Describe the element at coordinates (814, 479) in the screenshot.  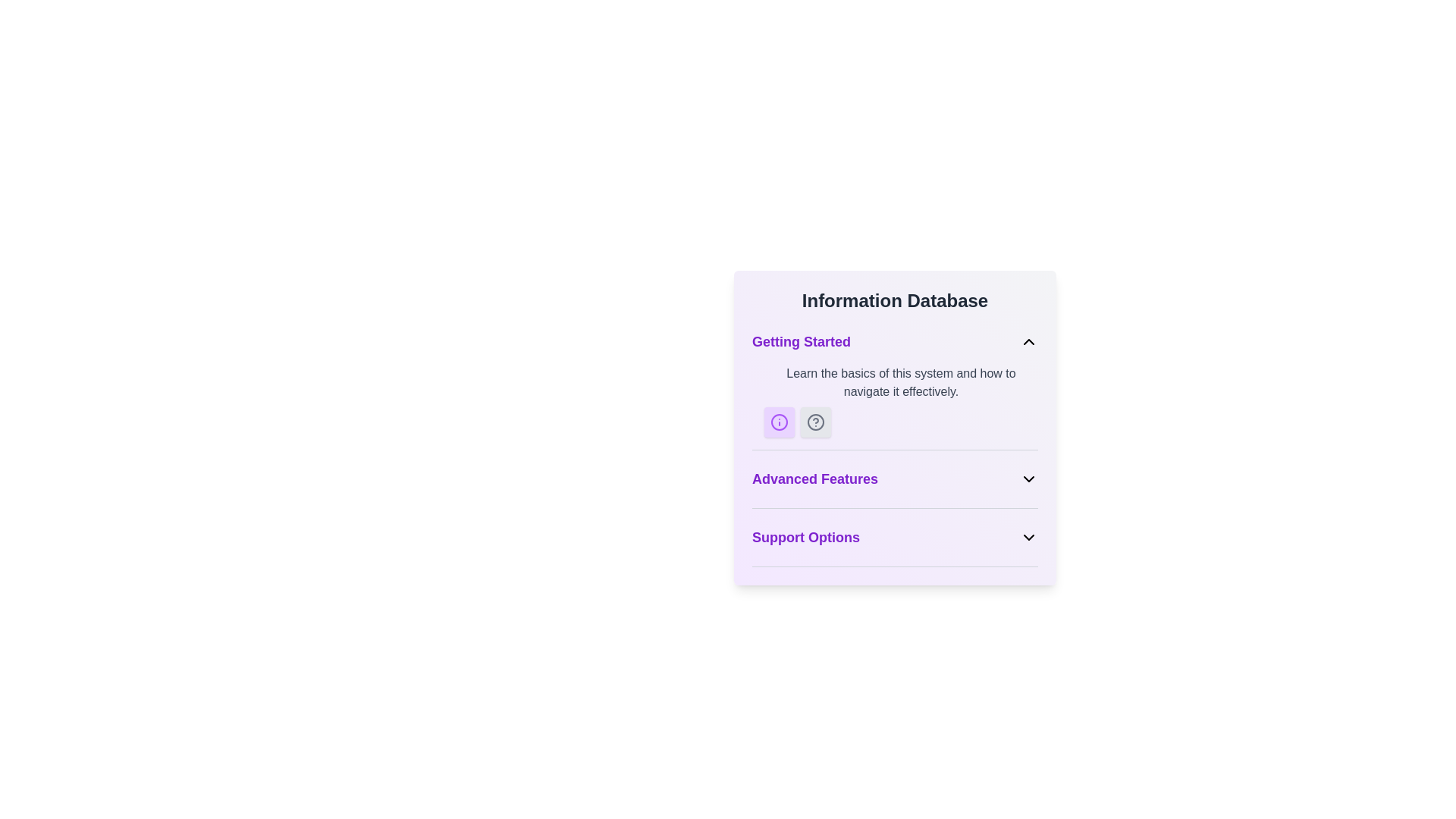
I see `the 'Advanced Features' section header text label in the Information Database, which is located below the 'Getting Started' section and above the 'Support Options' section` at that location.